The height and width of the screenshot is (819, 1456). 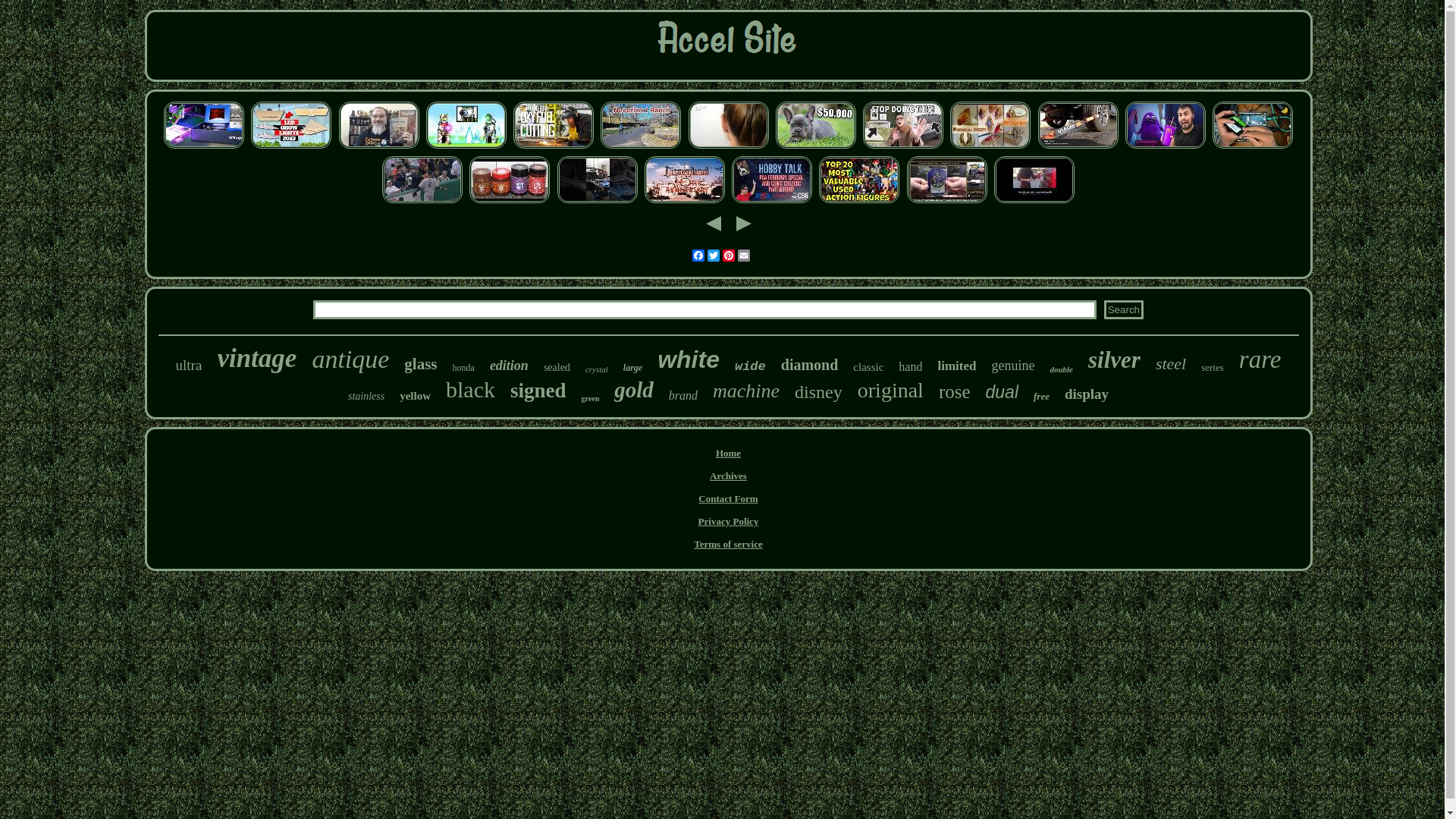 I want to click on 'Contact Form', so click(x=728, y=498).